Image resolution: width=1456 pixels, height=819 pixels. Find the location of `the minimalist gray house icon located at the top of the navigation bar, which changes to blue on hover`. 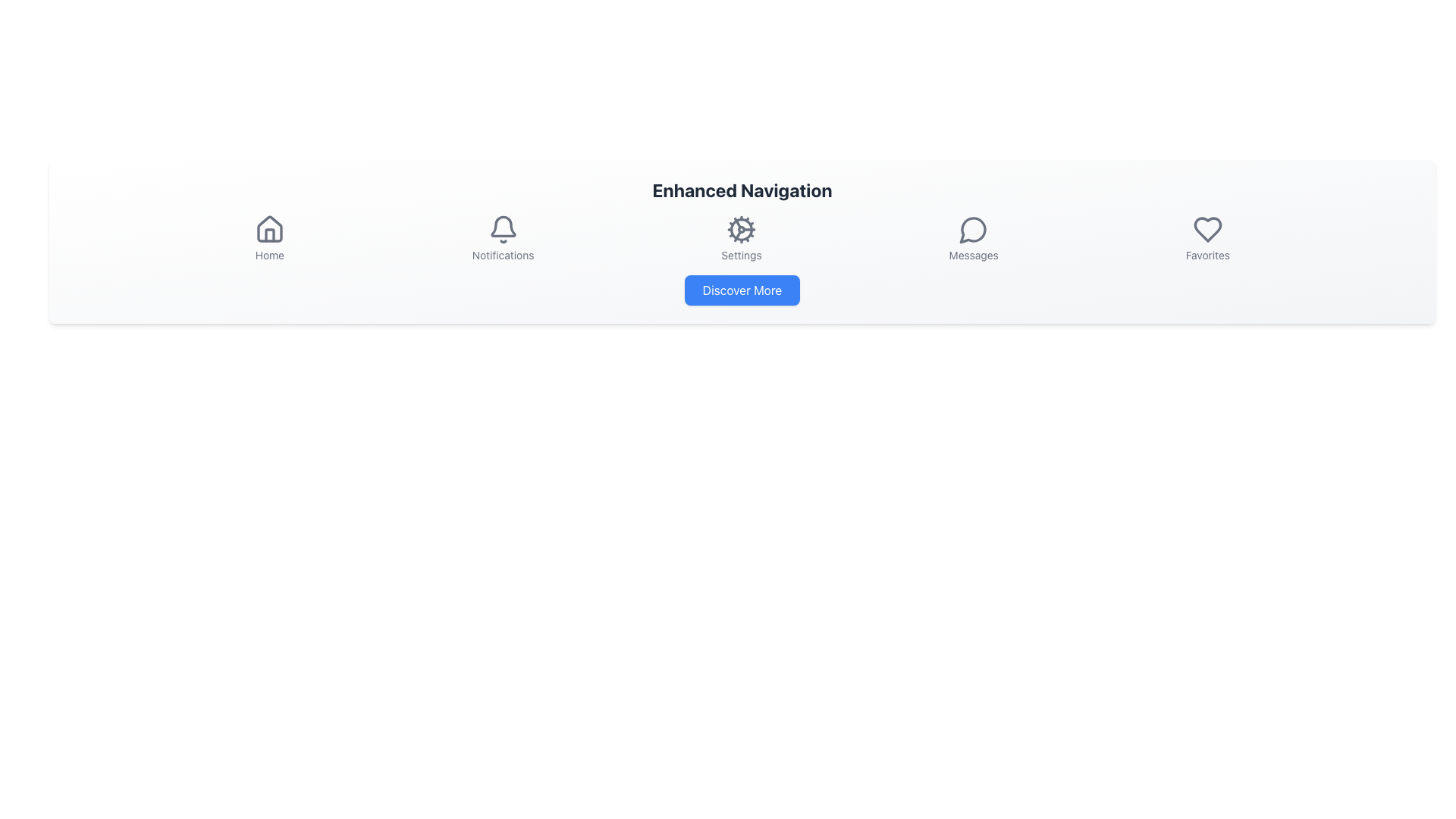

the minimalist gray house icon located at the top of the navigation bar, which changes to blue on hover is located at coordinates (269, 230).